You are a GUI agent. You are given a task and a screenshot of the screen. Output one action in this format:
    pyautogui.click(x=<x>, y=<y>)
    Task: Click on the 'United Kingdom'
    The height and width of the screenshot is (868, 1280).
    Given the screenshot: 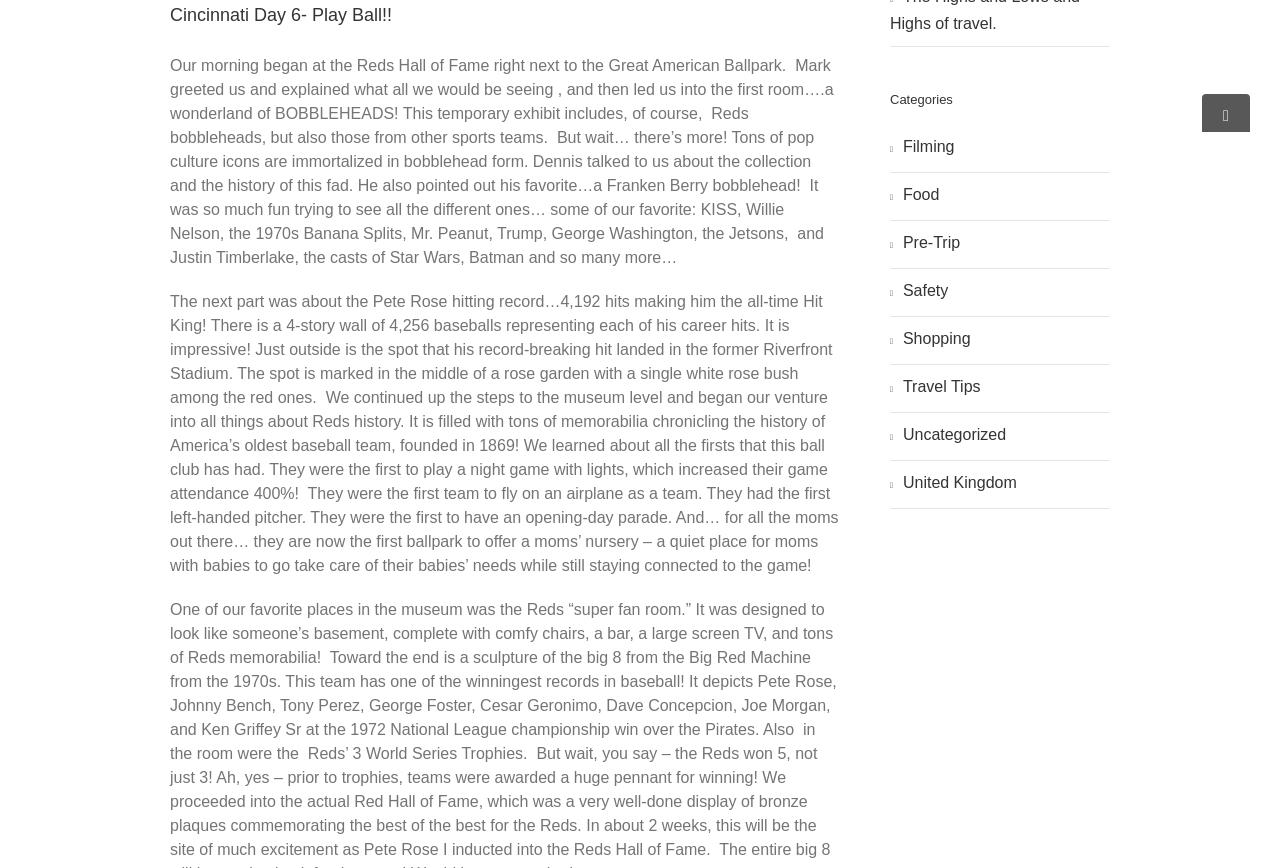 What is the action you would take?
    pyautogui.click(x=957, y=481)
    